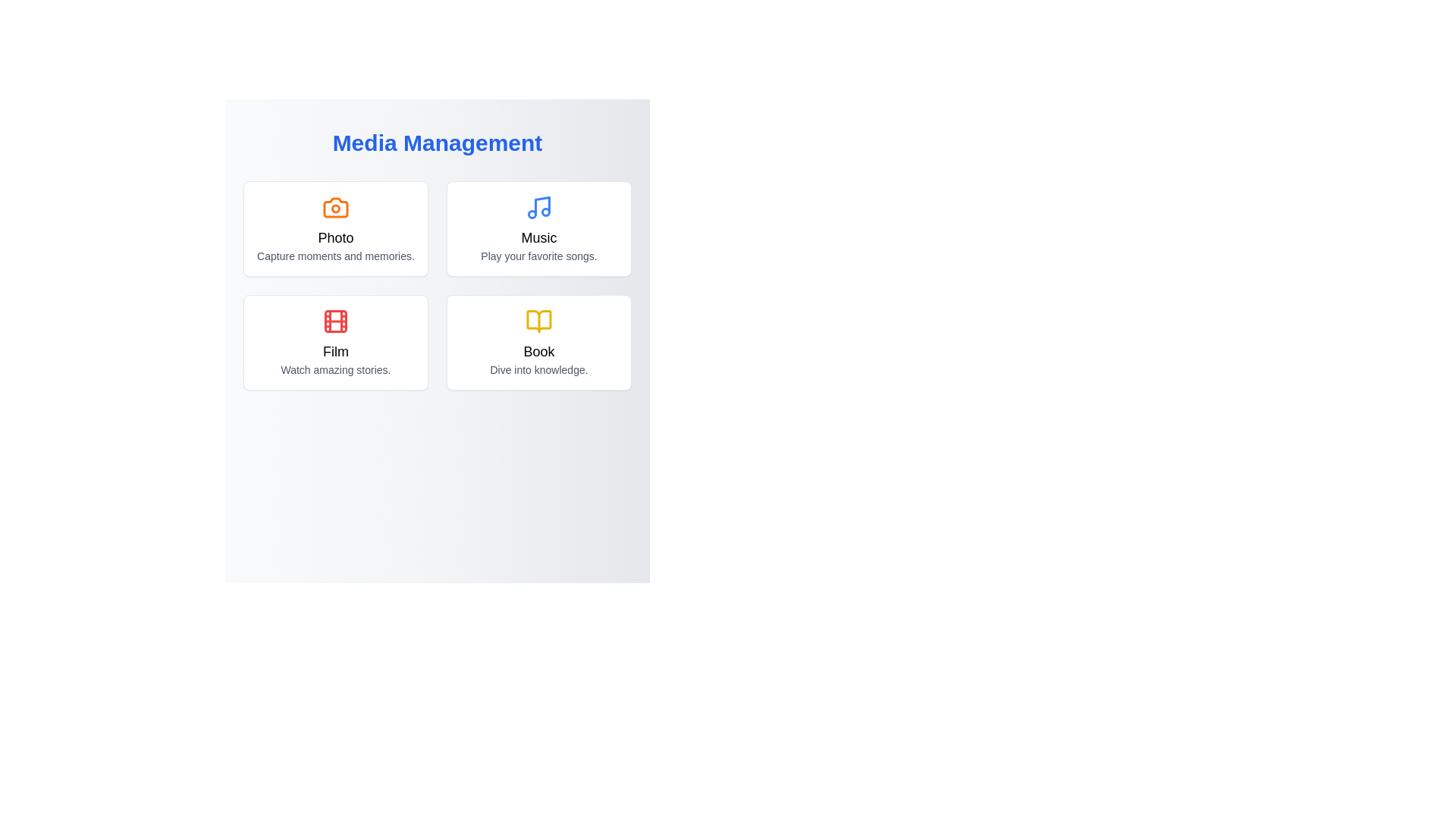  I want to click on the circular shape of the 'Music' icon, which is a blue musical note with small circular elements, located in the left-bottom position of the 'Music' card, so click(532, 214).